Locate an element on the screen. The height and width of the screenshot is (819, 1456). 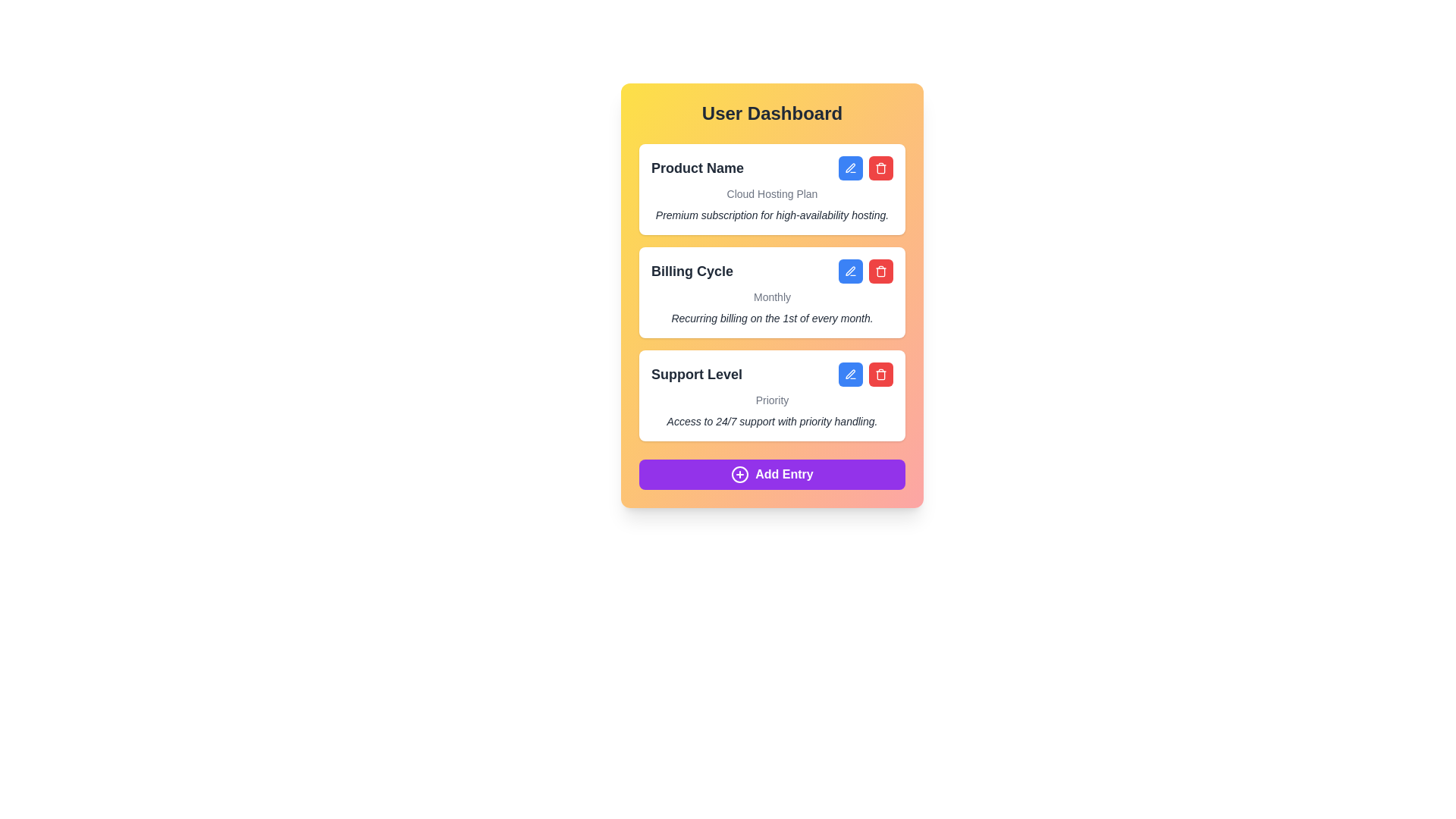
the trash can icon button with a red background, located to the right of the blue edit icon in the control row next to the 'Product Name' entry is located at coordinates (880, 168).